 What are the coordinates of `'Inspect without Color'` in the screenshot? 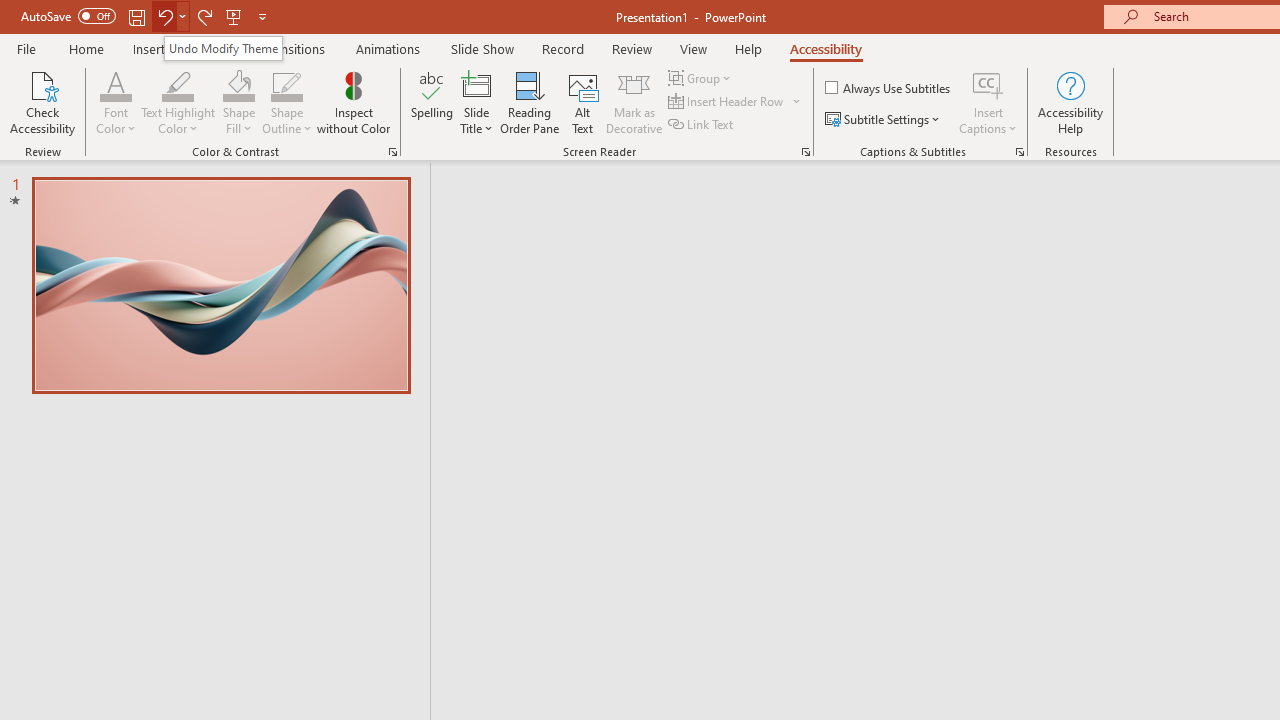 It's located at (353, 103).